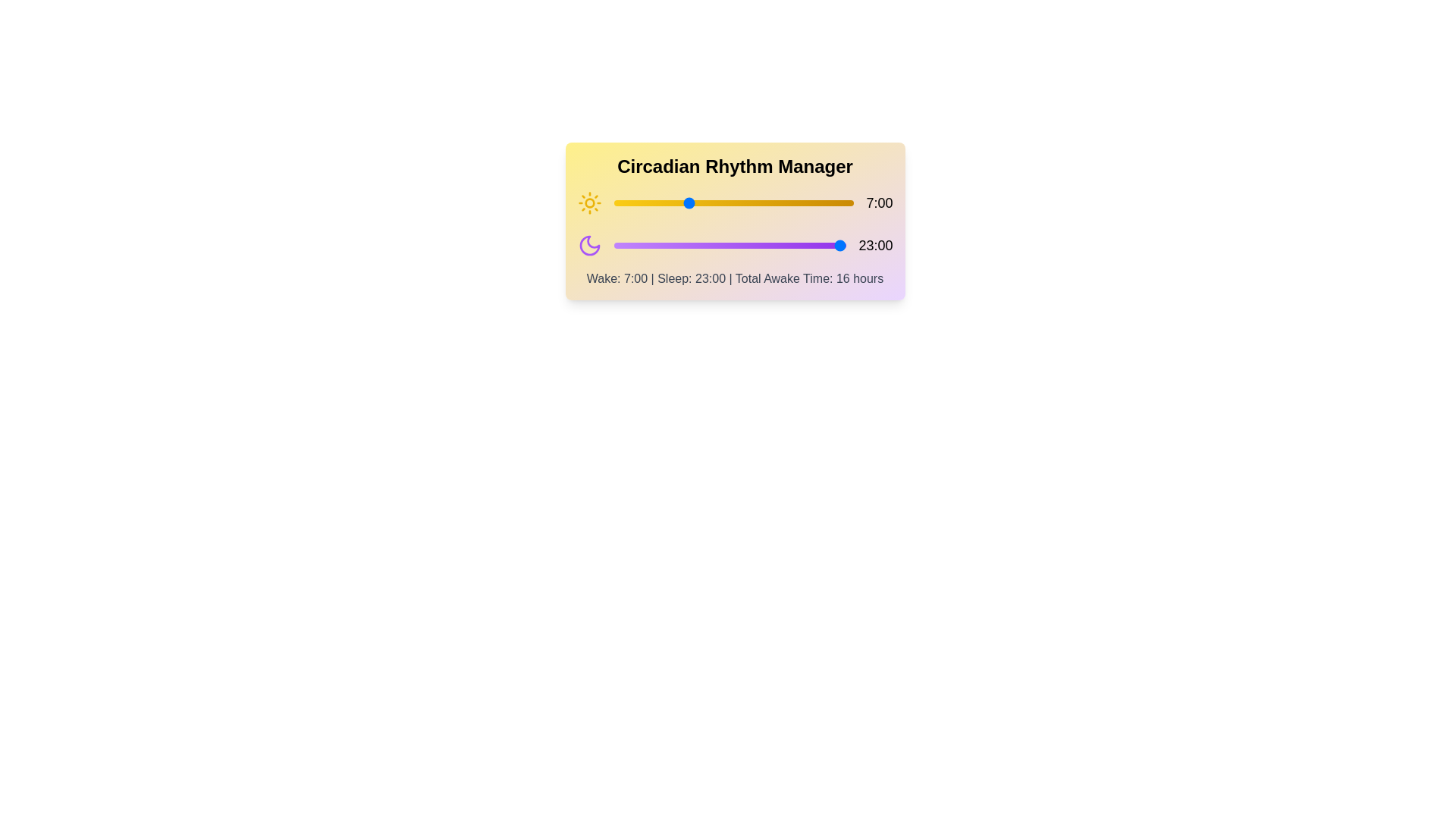 This screenshot has width=1456, height=819. Describe the element at coordinates (676, 202) in the screenshot. I see `the wake hour to 6 by moving the slider` at that location.